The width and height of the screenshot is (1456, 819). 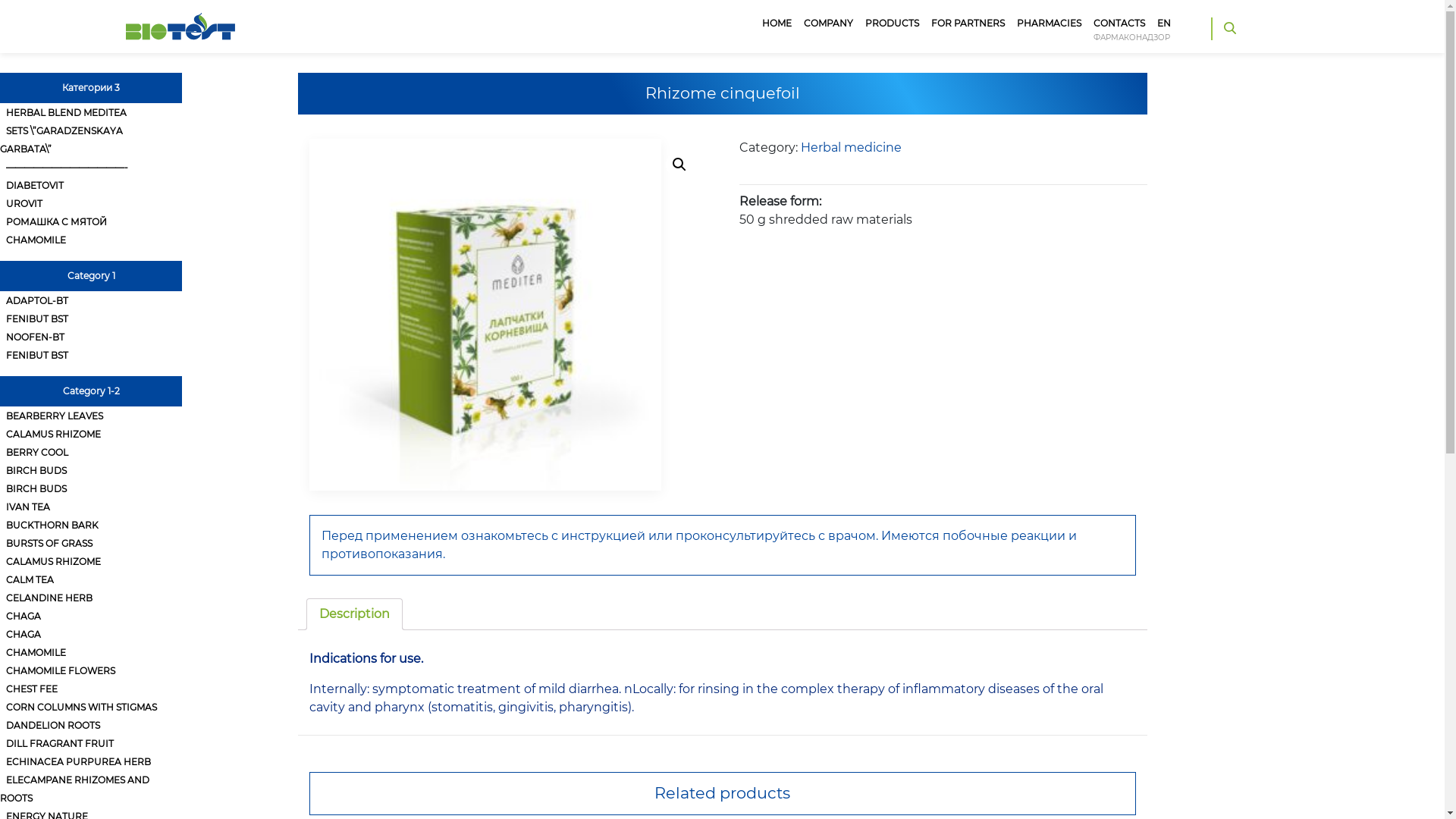 I want to click on 'NOOFEN-BT', so click(x=35, y=336).